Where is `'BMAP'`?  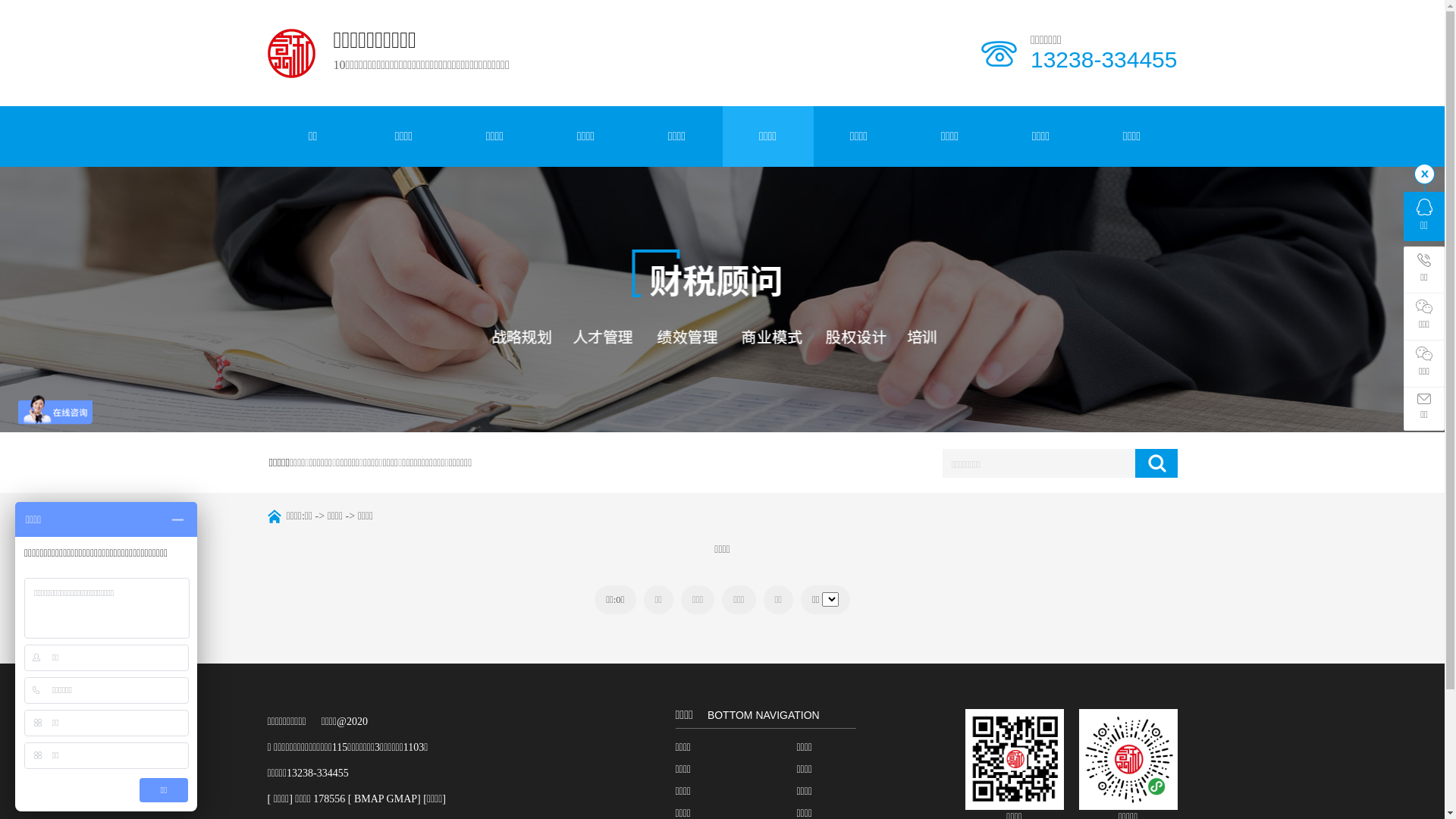
'BMAP' is located at coordinates (369, 798).